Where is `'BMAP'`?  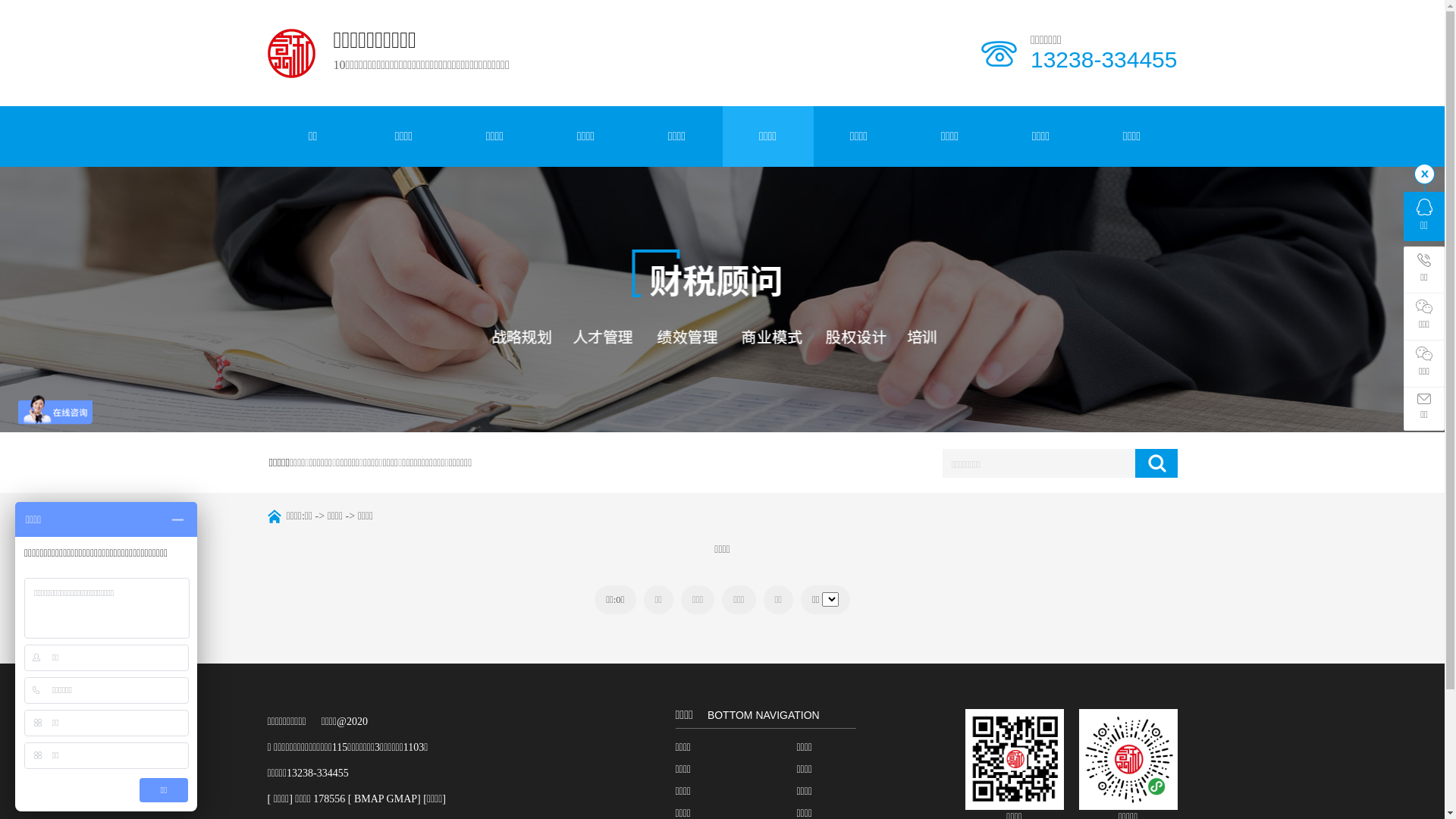
'BMAP' is located at coordinates (369, 798).